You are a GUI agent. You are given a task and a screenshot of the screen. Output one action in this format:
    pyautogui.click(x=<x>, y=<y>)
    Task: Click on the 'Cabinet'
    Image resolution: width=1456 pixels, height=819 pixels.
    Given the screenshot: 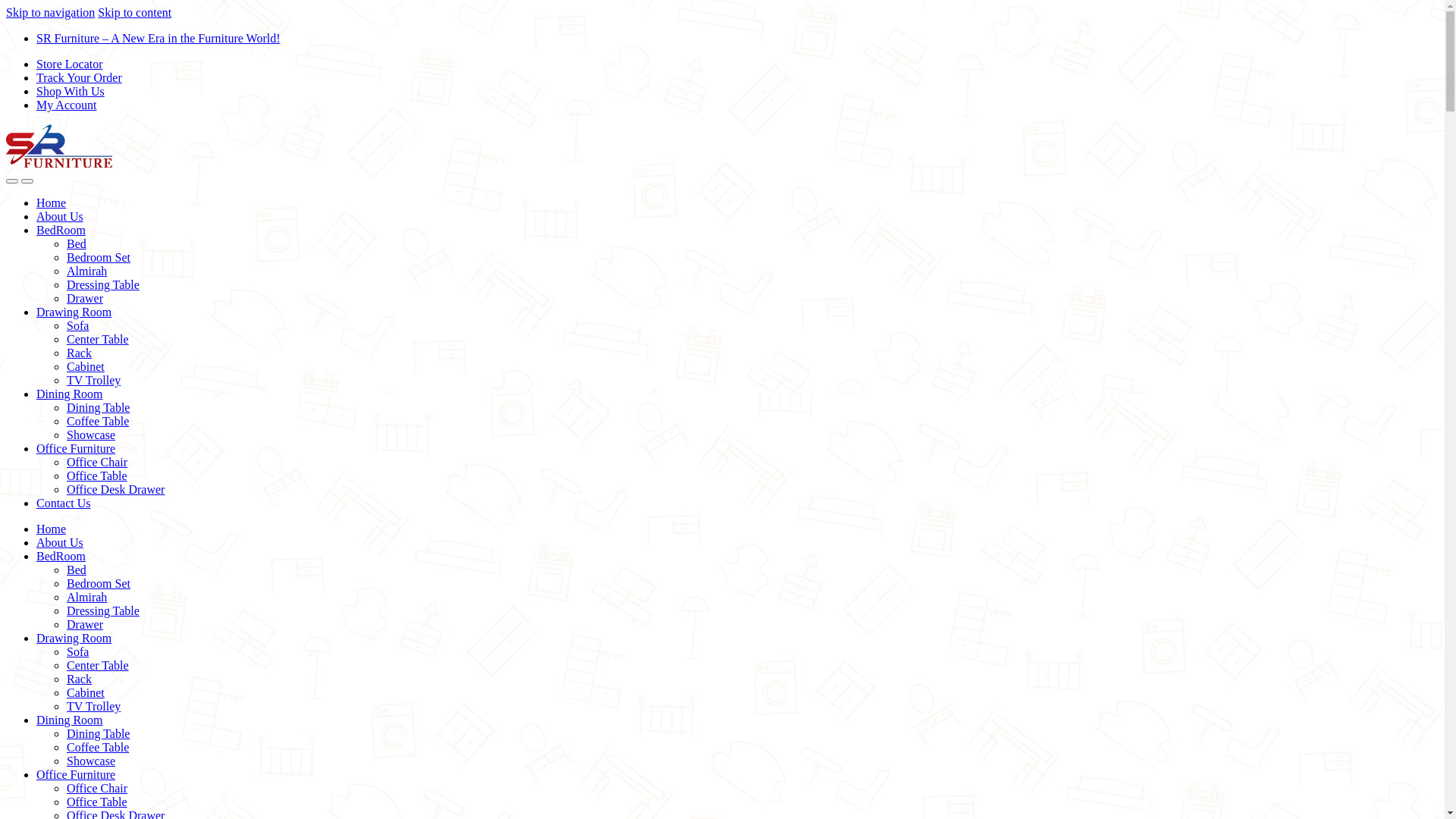 What is the action you would take?
    pyautogui.click(x=85, y=692)
    